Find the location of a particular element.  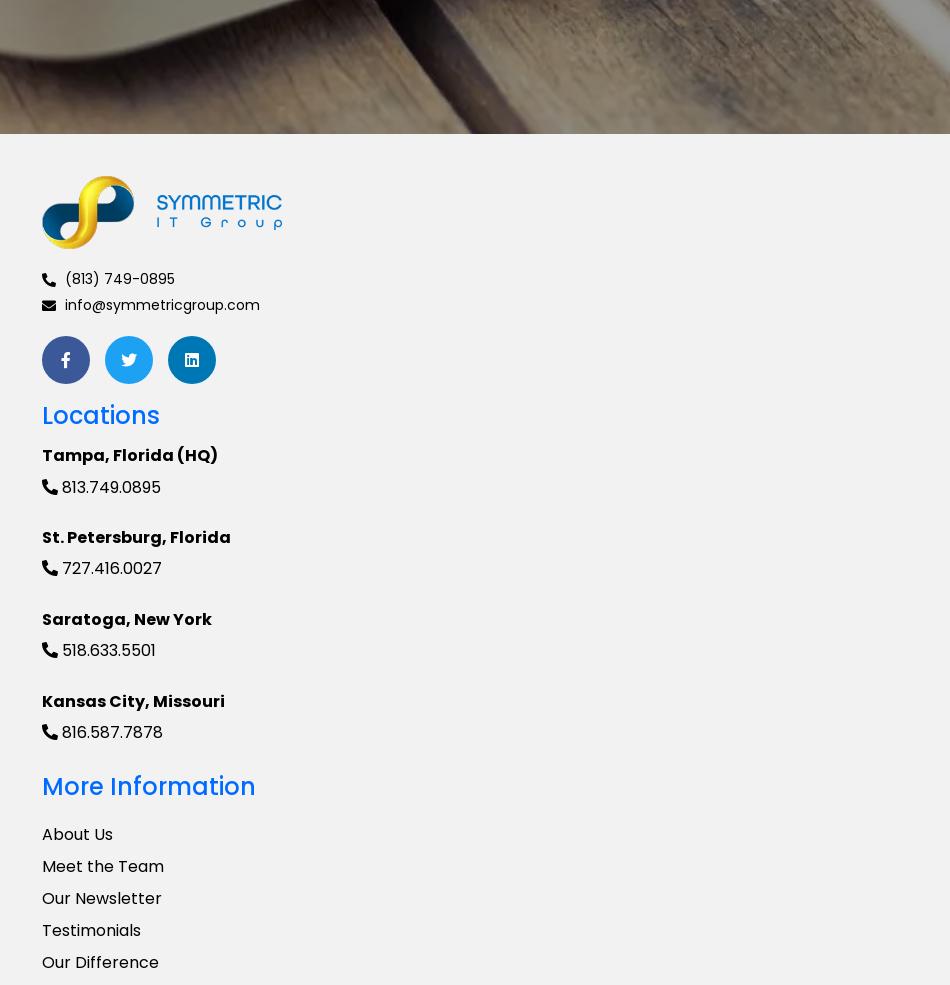

'Meet the Team' is located at coordinates (102, 865).